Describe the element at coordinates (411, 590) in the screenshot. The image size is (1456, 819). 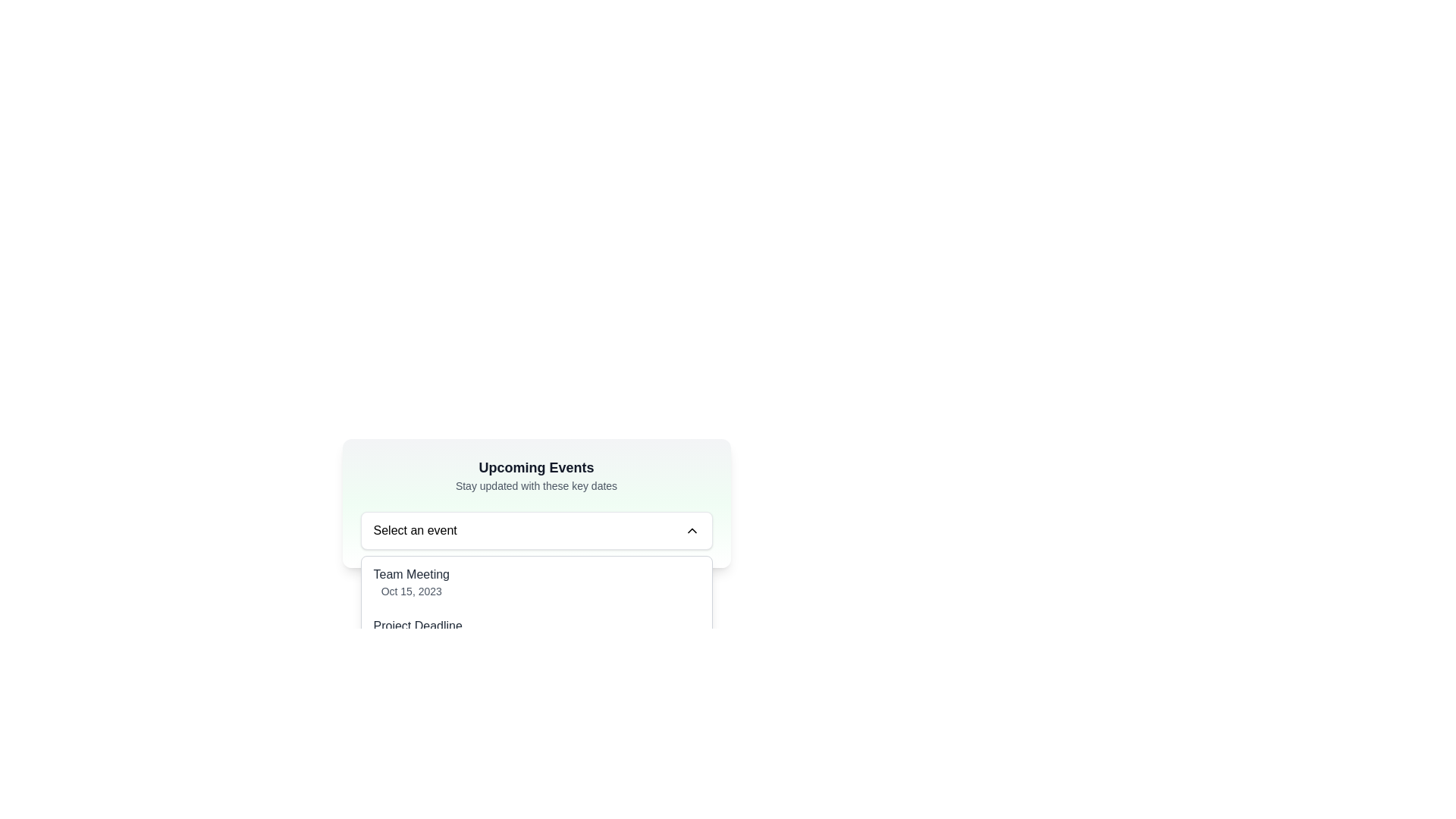
I see `the text label displaying the date 'Oct 15, 2023' for the event 'Team Meeting'` at that location.